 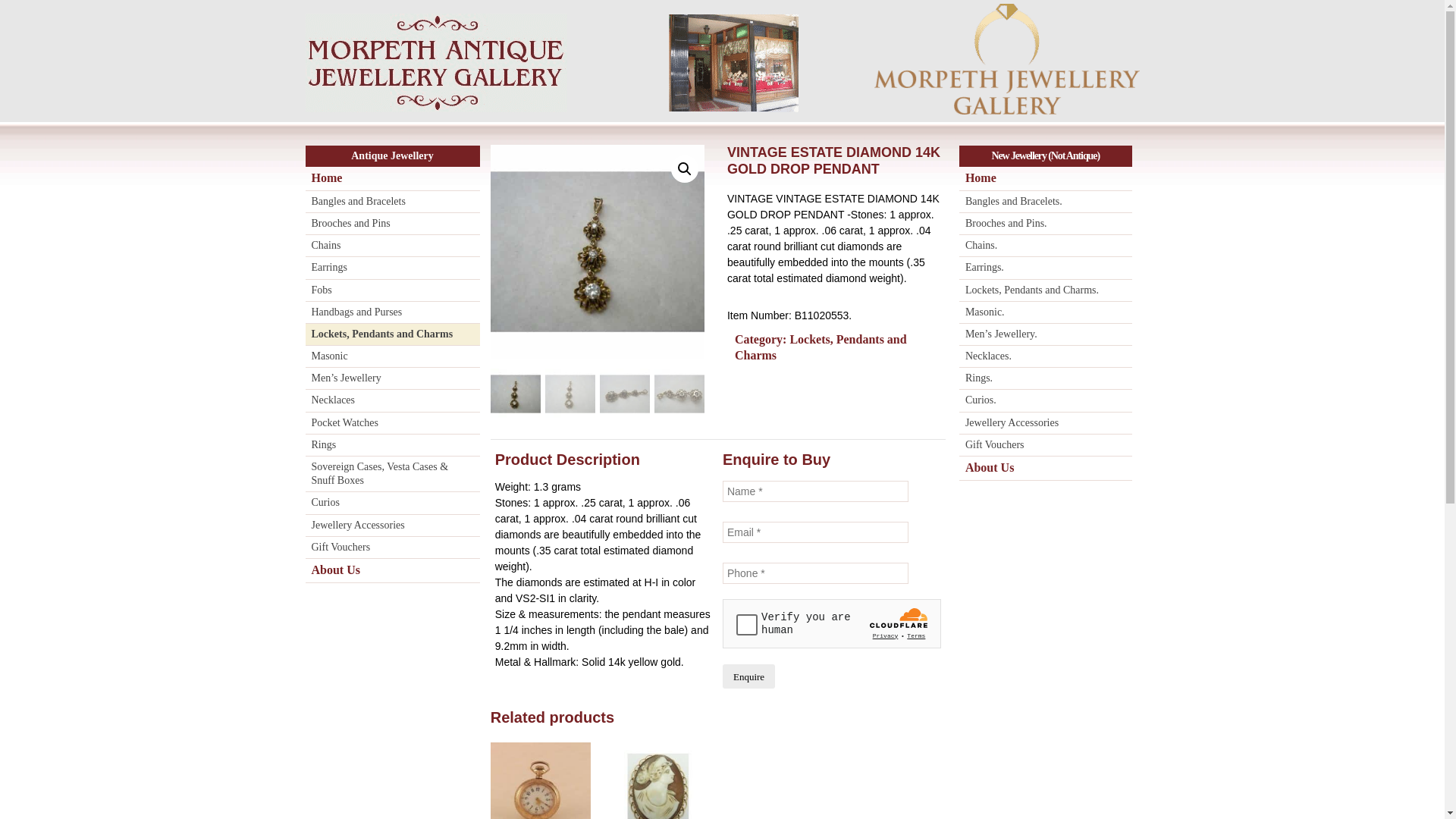 I want to click on 'About Us', so click(x=392, y=570).